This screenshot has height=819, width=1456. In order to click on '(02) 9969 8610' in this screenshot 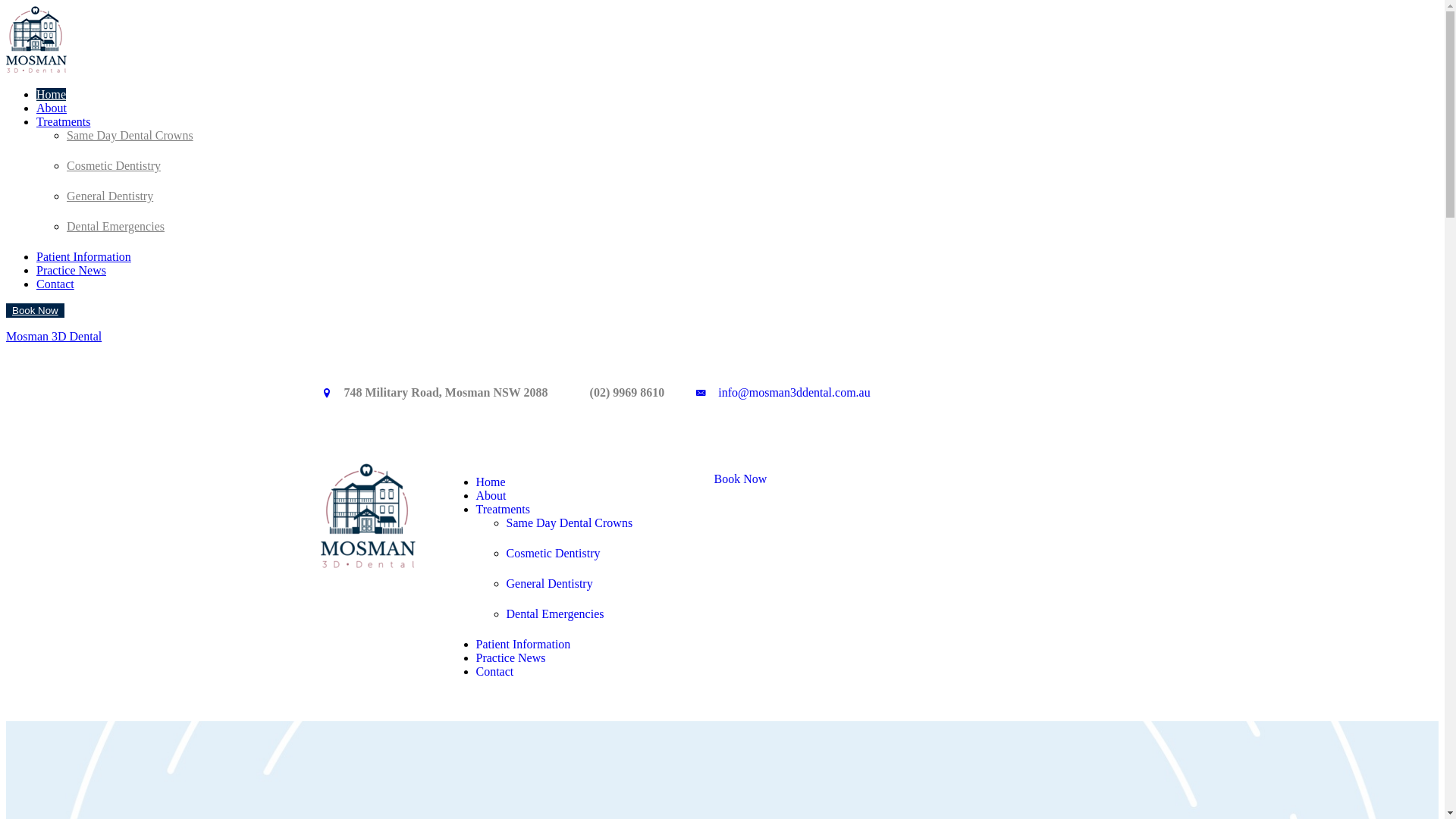, I will do `click(627, 391)`.